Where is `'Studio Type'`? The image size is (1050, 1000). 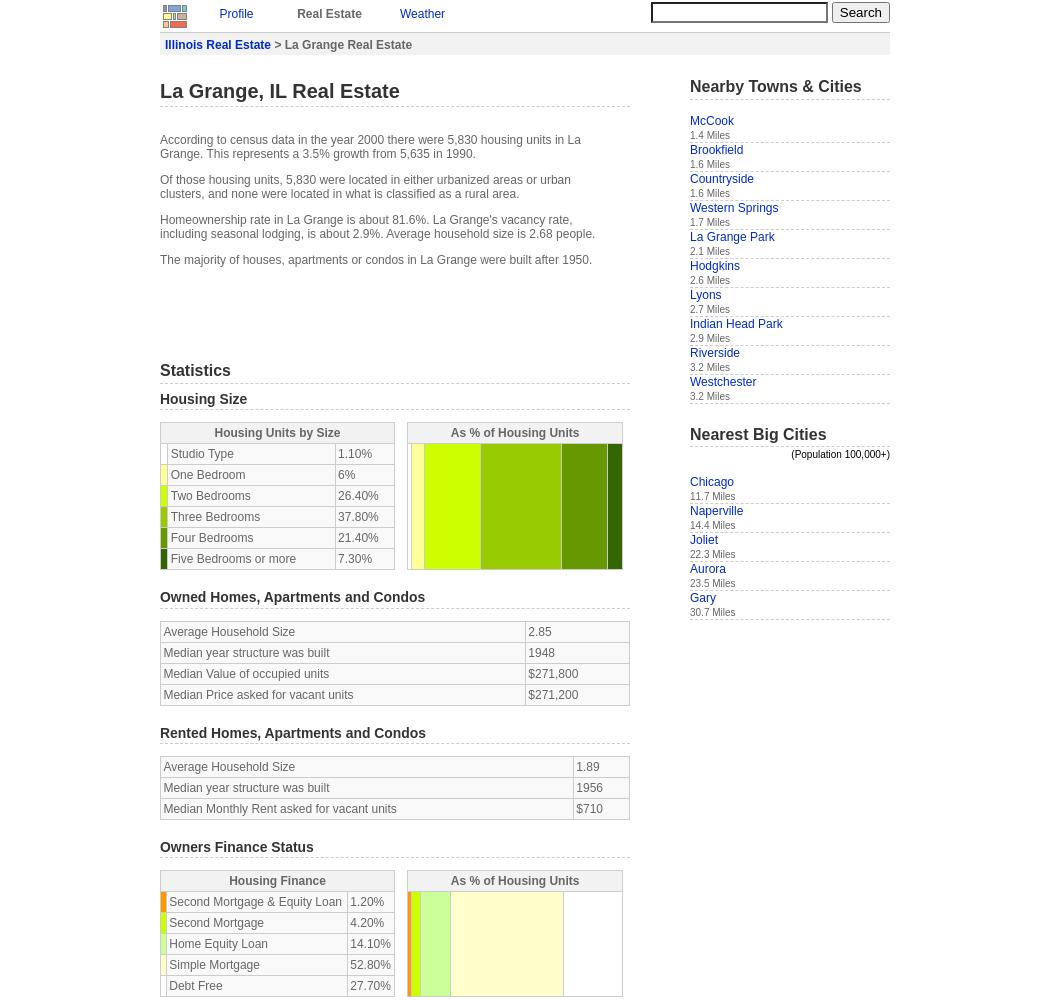
'Studio Type' is located at coordinates (200, 453).